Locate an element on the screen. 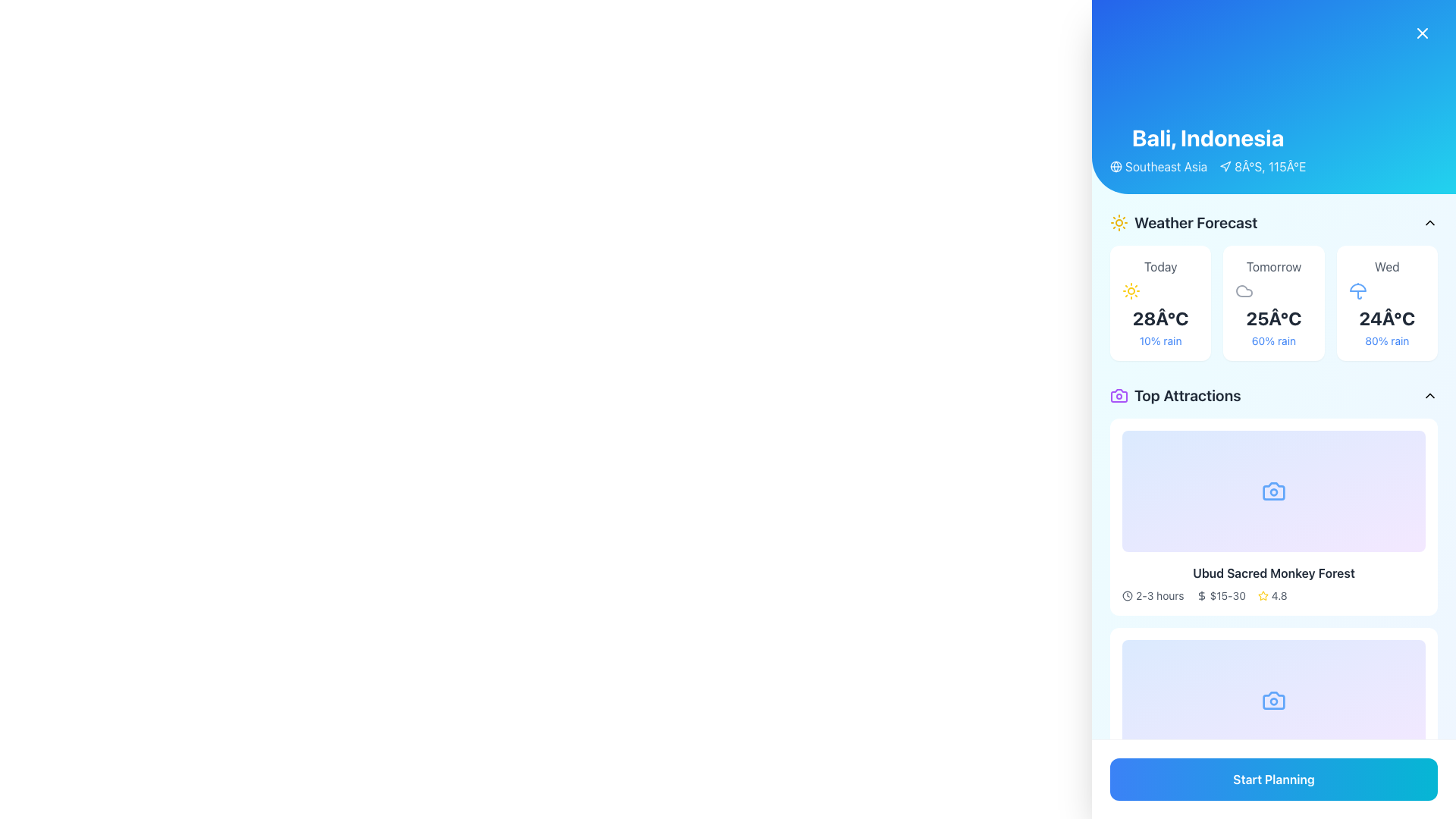 The image size is (1456, 819). the photography icon within the 'Top Attractions' section, associated with the 'Ubud Sacred Monkey Forest' entry is located at coordinates (1274, 491).